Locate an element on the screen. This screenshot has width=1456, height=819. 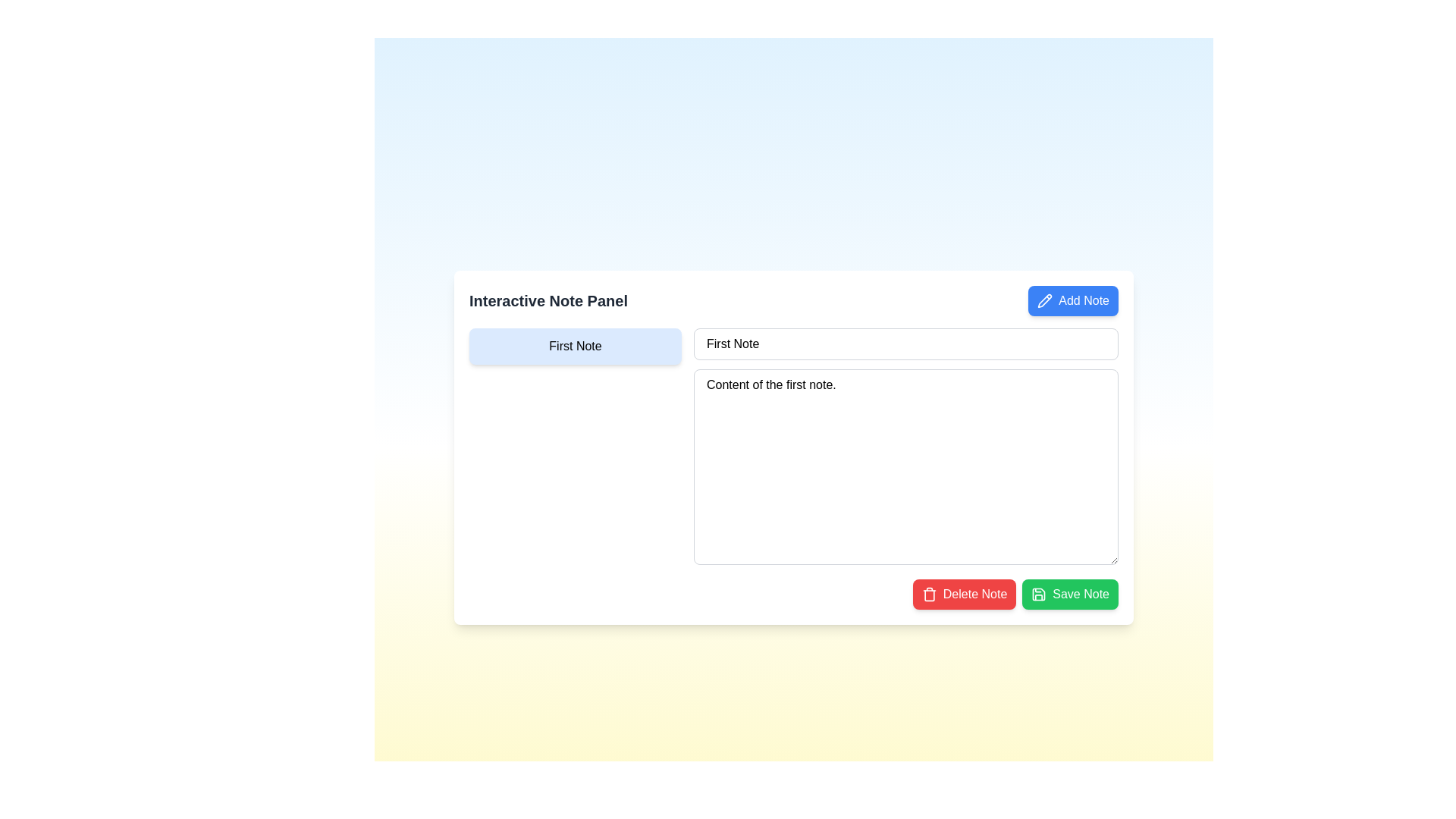
the trash can icon with a red background located to the left of the 'Delete Note' text to invoke the delete action is located at coordinates (928, 593).